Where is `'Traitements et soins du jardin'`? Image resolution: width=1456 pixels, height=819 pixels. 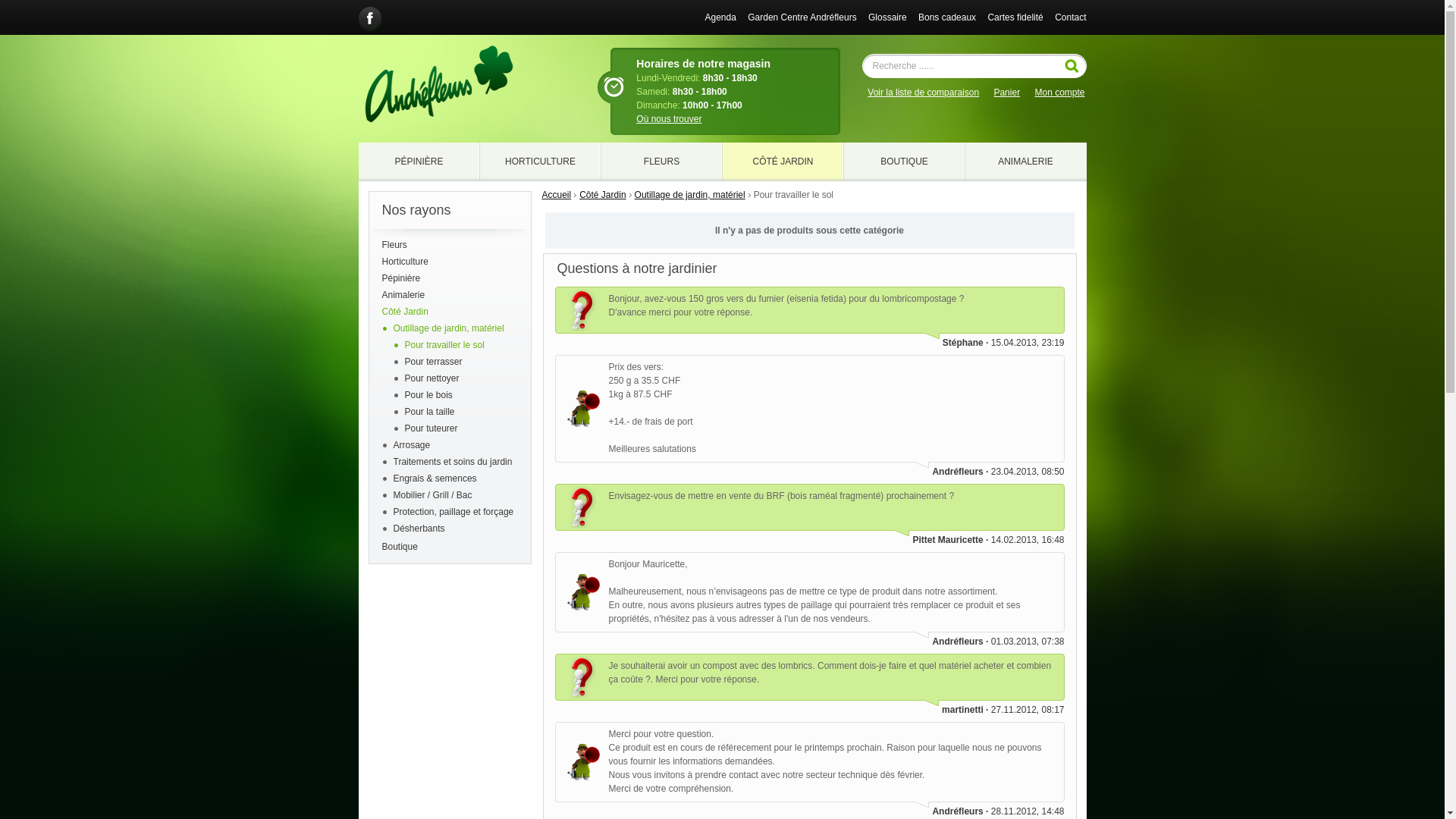 'Traitements et soins du jardin' is located at coordinates (451, 461).